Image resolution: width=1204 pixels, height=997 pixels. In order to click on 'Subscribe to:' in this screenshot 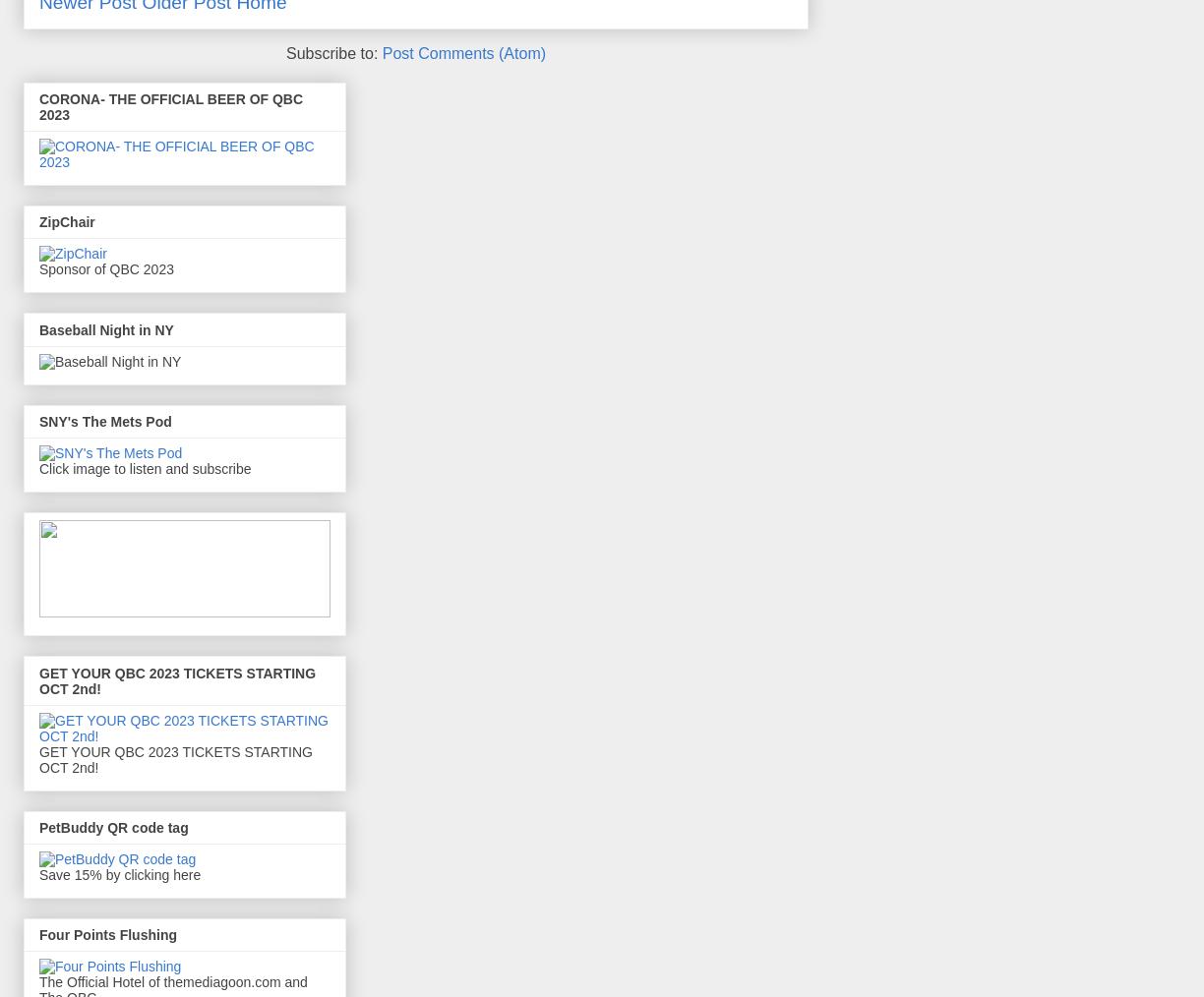, I will do `click(283, 51)`.